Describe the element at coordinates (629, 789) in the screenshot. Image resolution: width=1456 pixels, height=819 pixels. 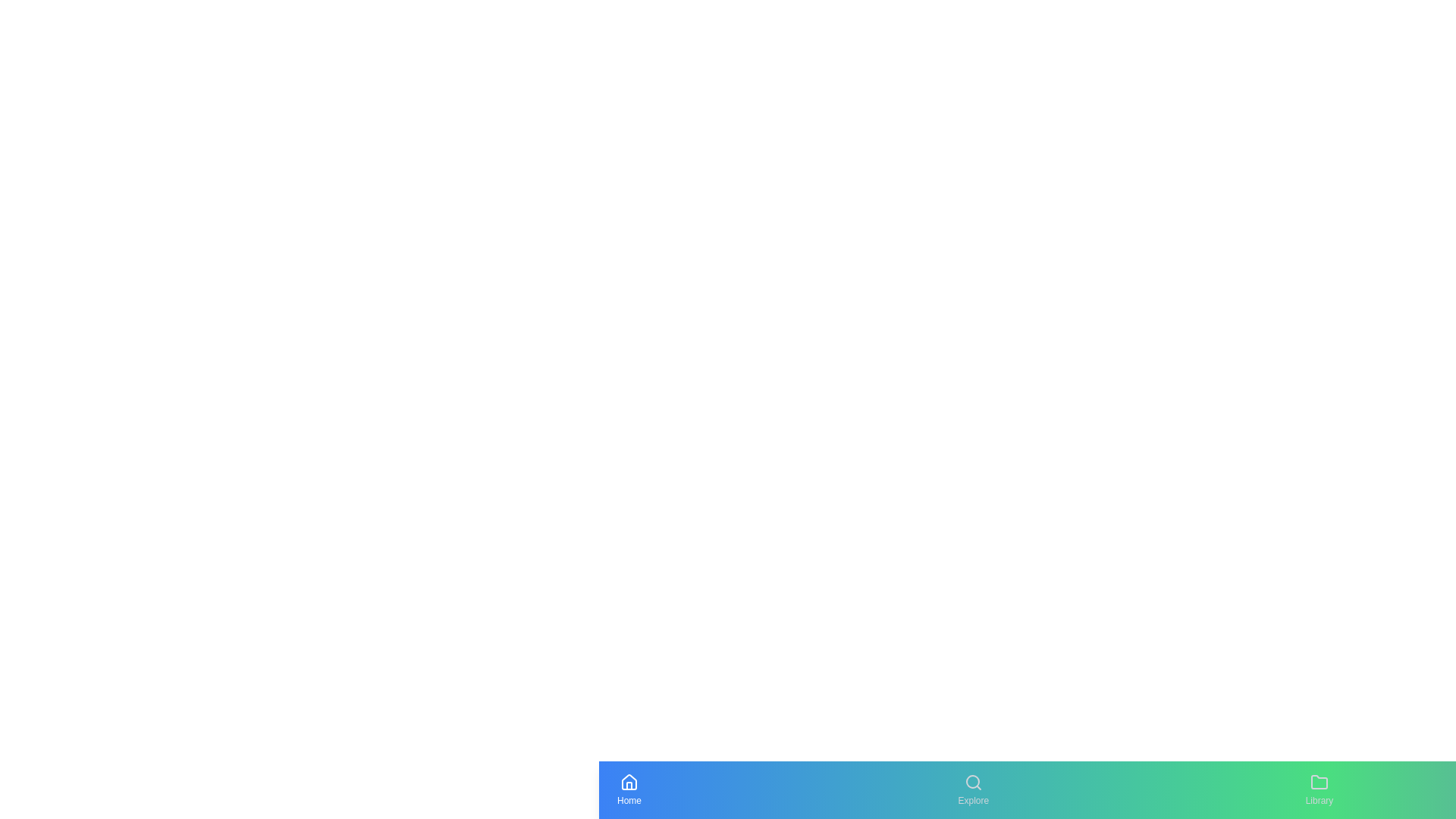
I see `the navigation tab labeled Home to navigate to the respective section` at that location.